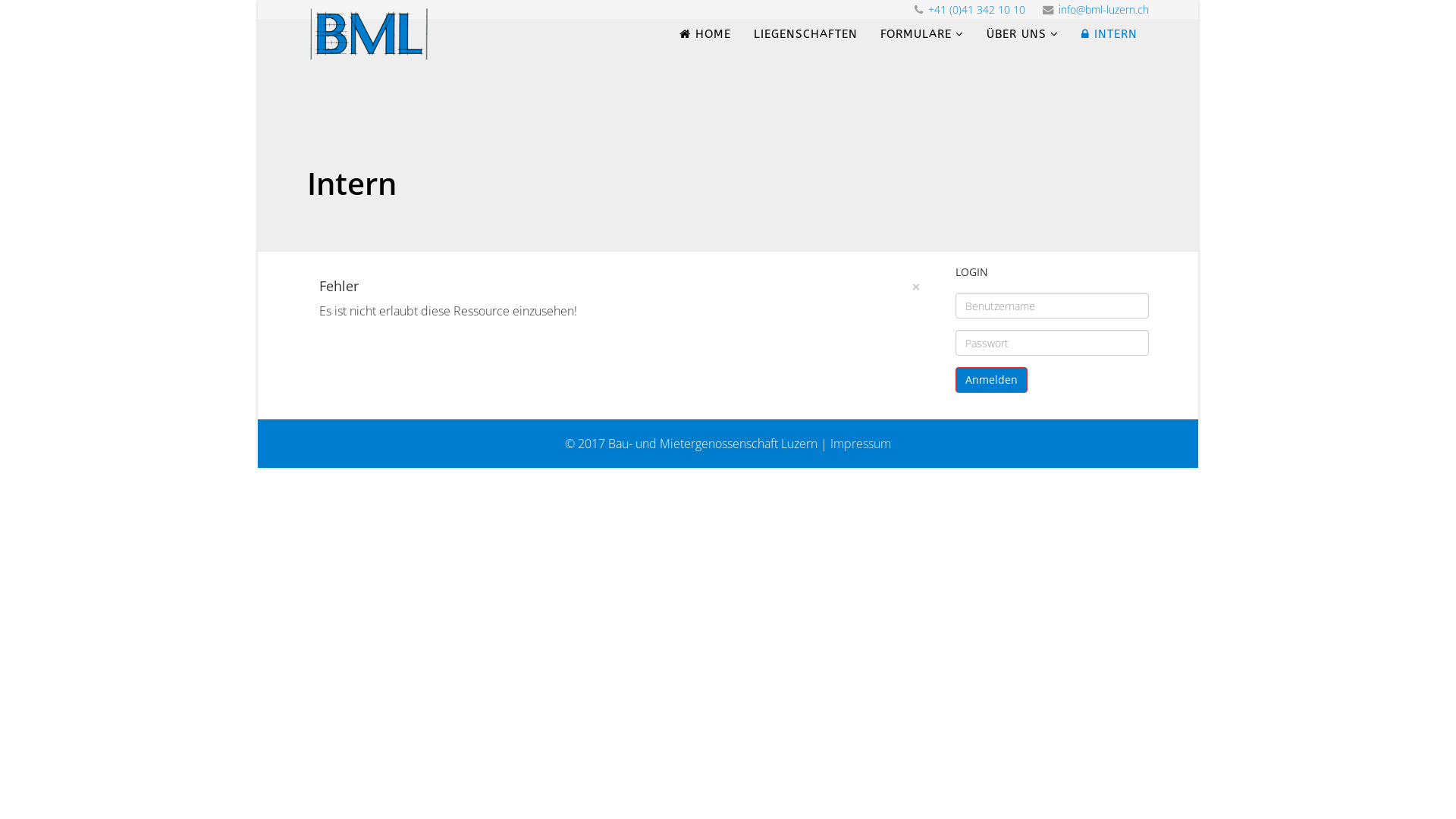 The height and width of the screenshot is (819, 1456). What do you see at coordinates (976, 9) in the screenshot?
I see `'+41 (0)41 342 10 10'` at bounding box center [976, 9].